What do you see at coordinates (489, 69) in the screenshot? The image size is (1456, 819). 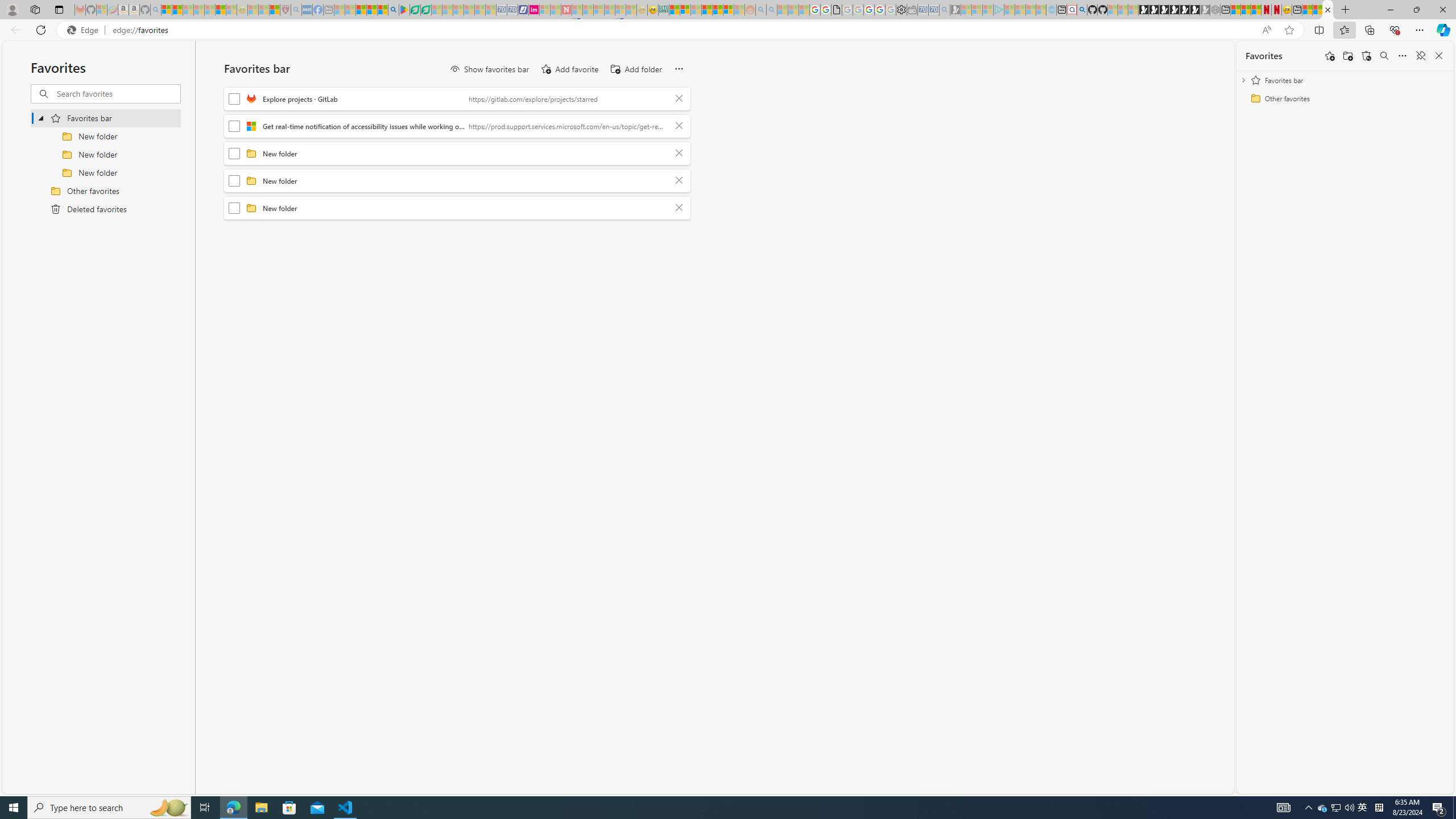 I see `'Show favorites bar'` at bounding box center [489, 69].